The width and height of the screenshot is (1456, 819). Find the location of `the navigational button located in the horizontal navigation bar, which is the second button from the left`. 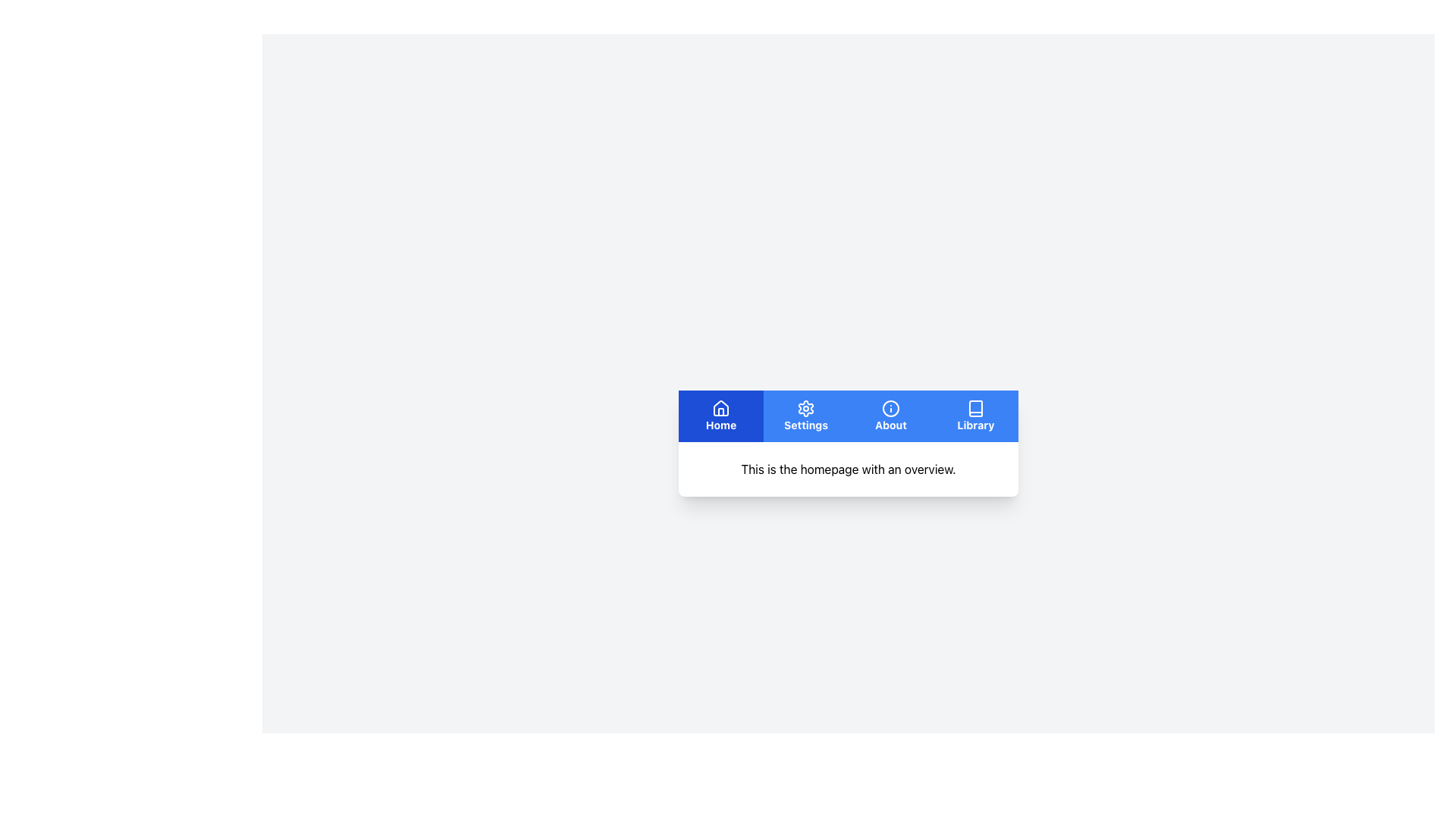

the navigational button located in the horizontal navigation bar, which is the second button from the left is located at coordinates (805, 416).